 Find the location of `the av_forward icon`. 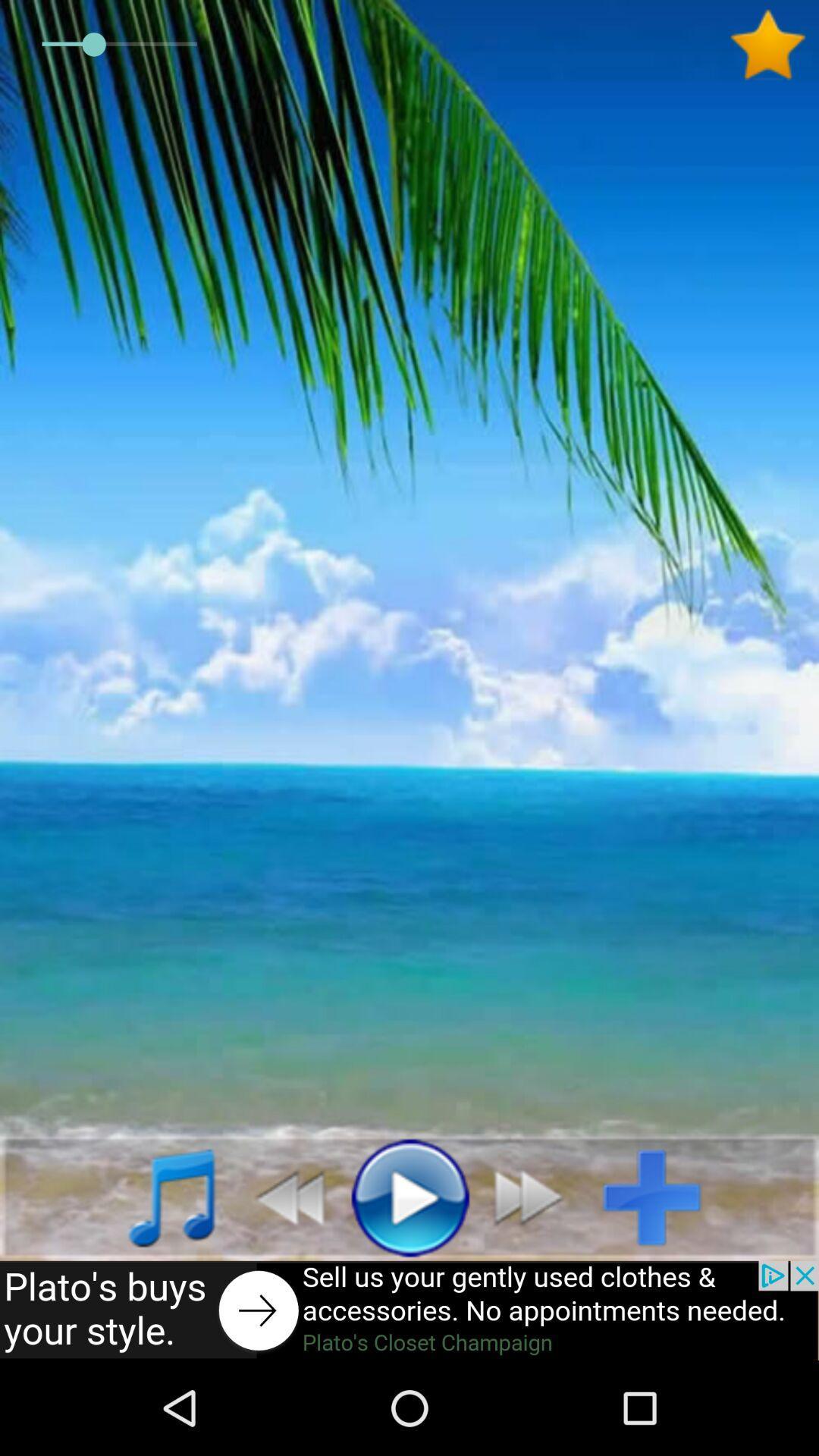

the av_forward icon is located at coordinates (536, 1196).